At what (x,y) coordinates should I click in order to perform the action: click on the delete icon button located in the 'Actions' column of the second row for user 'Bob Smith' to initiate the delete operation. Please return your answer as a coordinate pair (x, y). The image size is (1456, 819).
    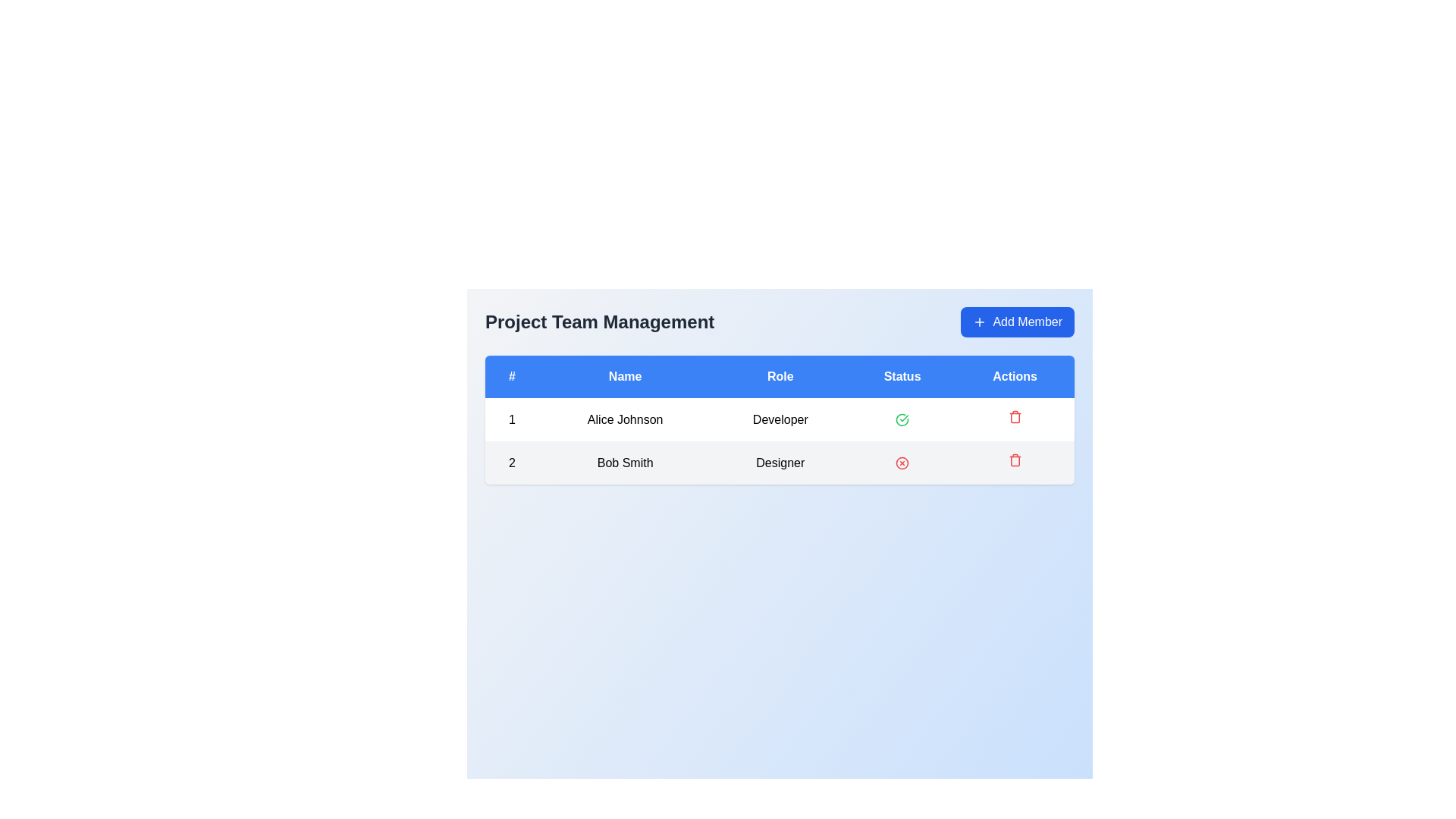
    Looking at the image, I should click on (1015, 459).